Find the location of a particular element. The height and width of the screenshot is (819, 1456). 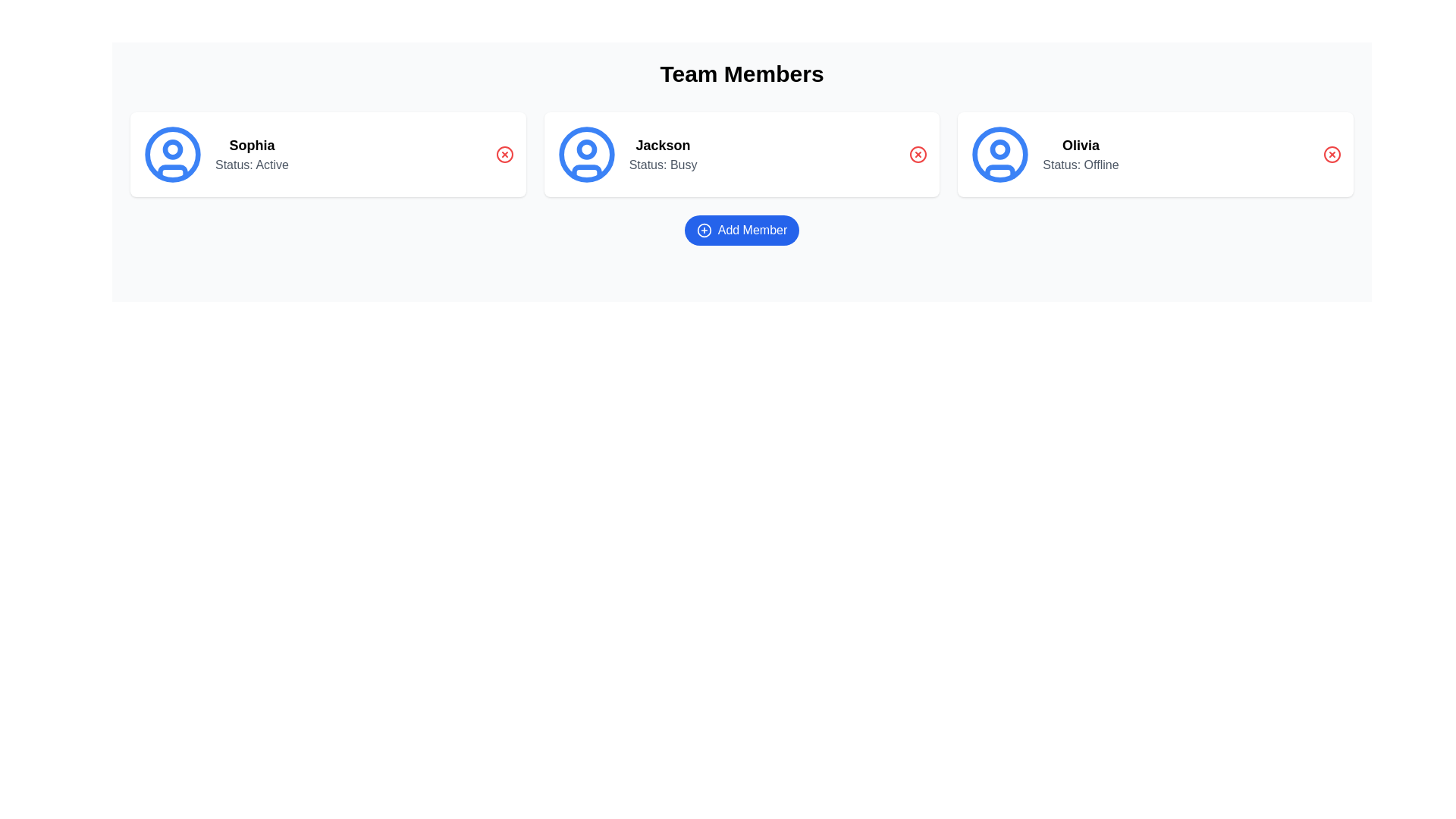

the text label displaying 'Sophia' which is bold and large, located in the leftmost profile tile above the 'Status: Active' label is located at coordinates (252, 155).